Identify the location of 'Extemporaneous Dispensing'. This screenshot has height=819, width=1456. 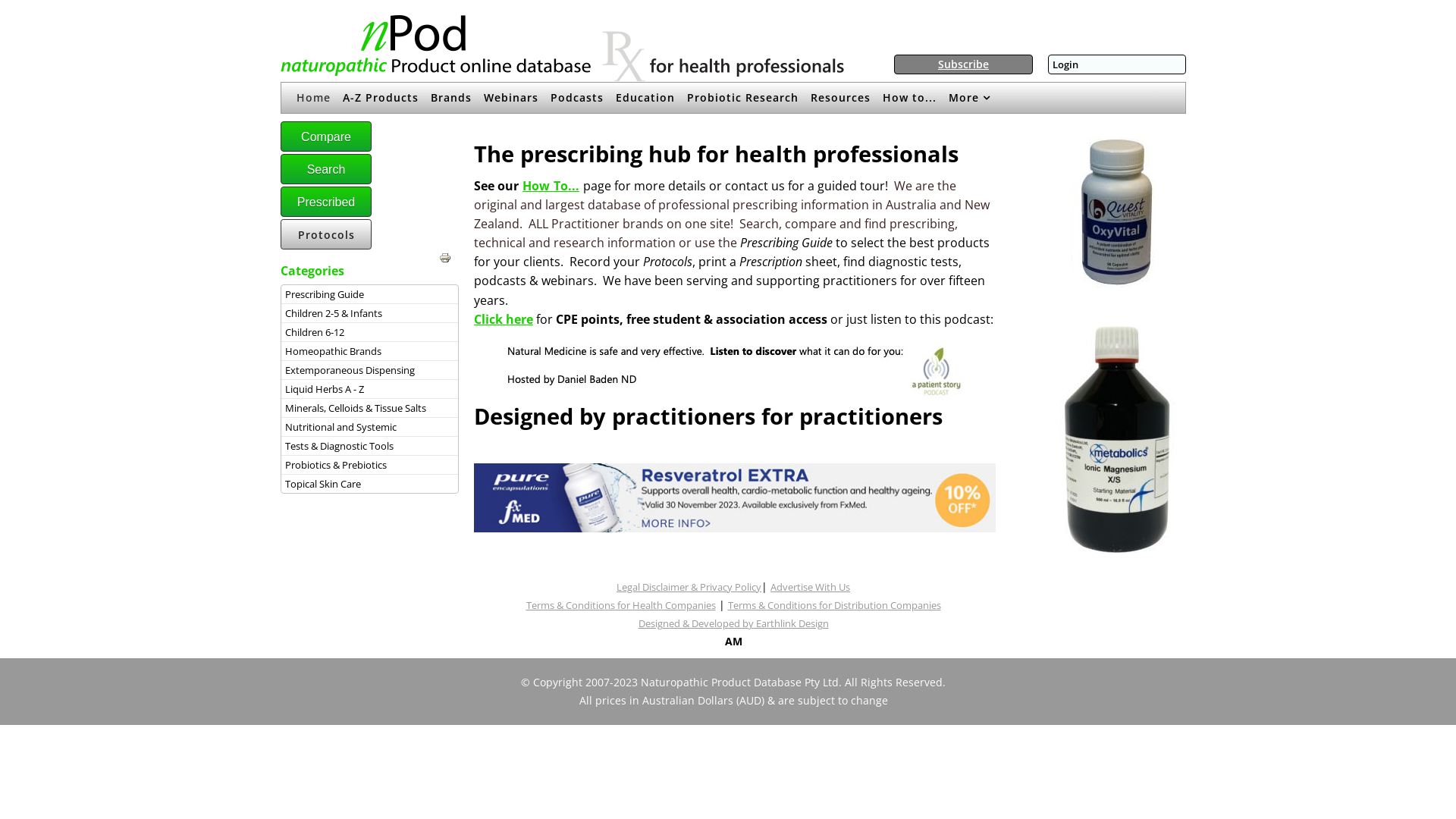
(369, 370).